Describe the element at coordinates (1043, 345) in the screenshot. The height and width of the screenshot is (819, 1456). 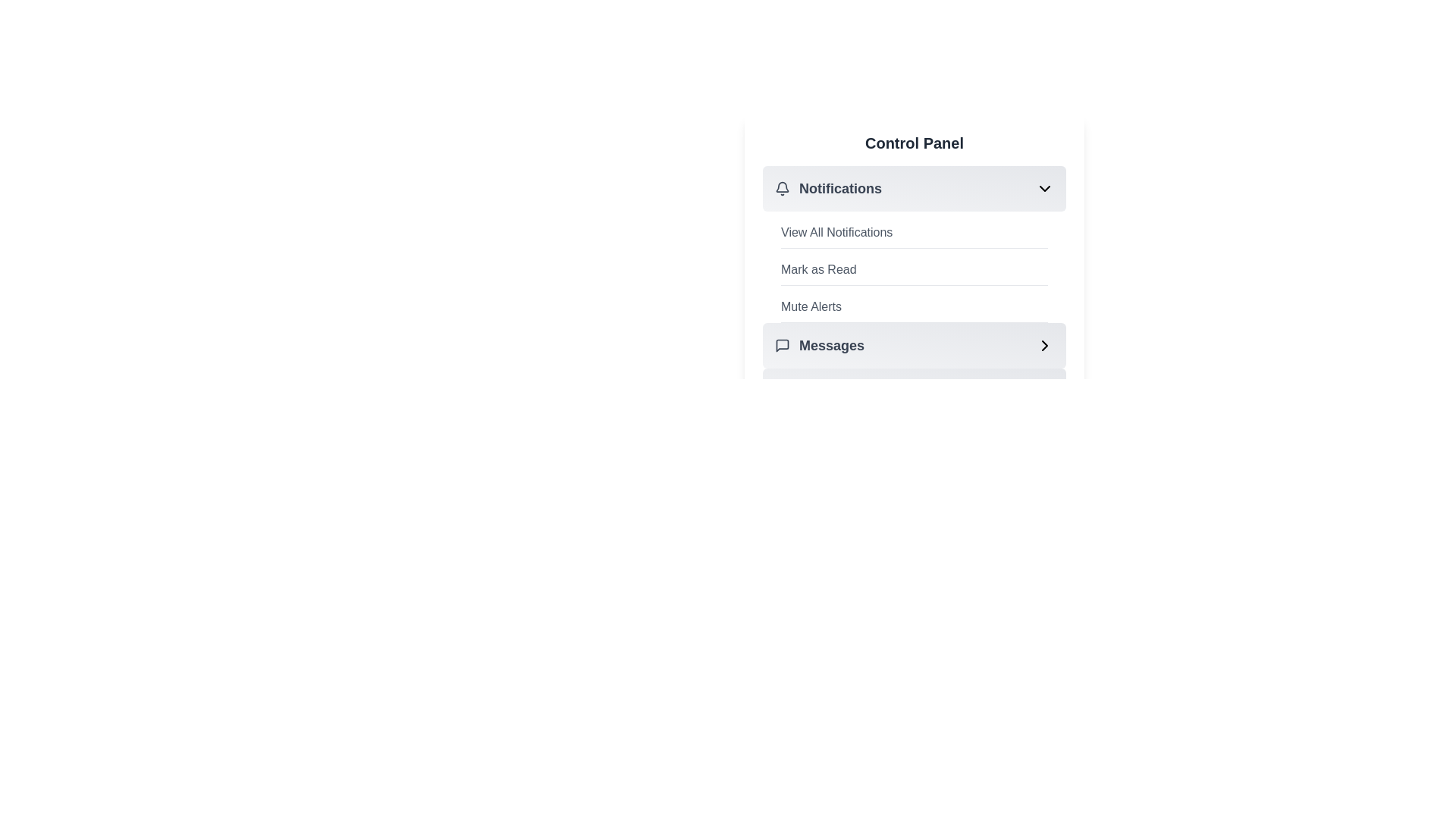
I see `the chevron-shaped arrow icon pointing to the right located at the top right side of the 'Messages' section` at that location.